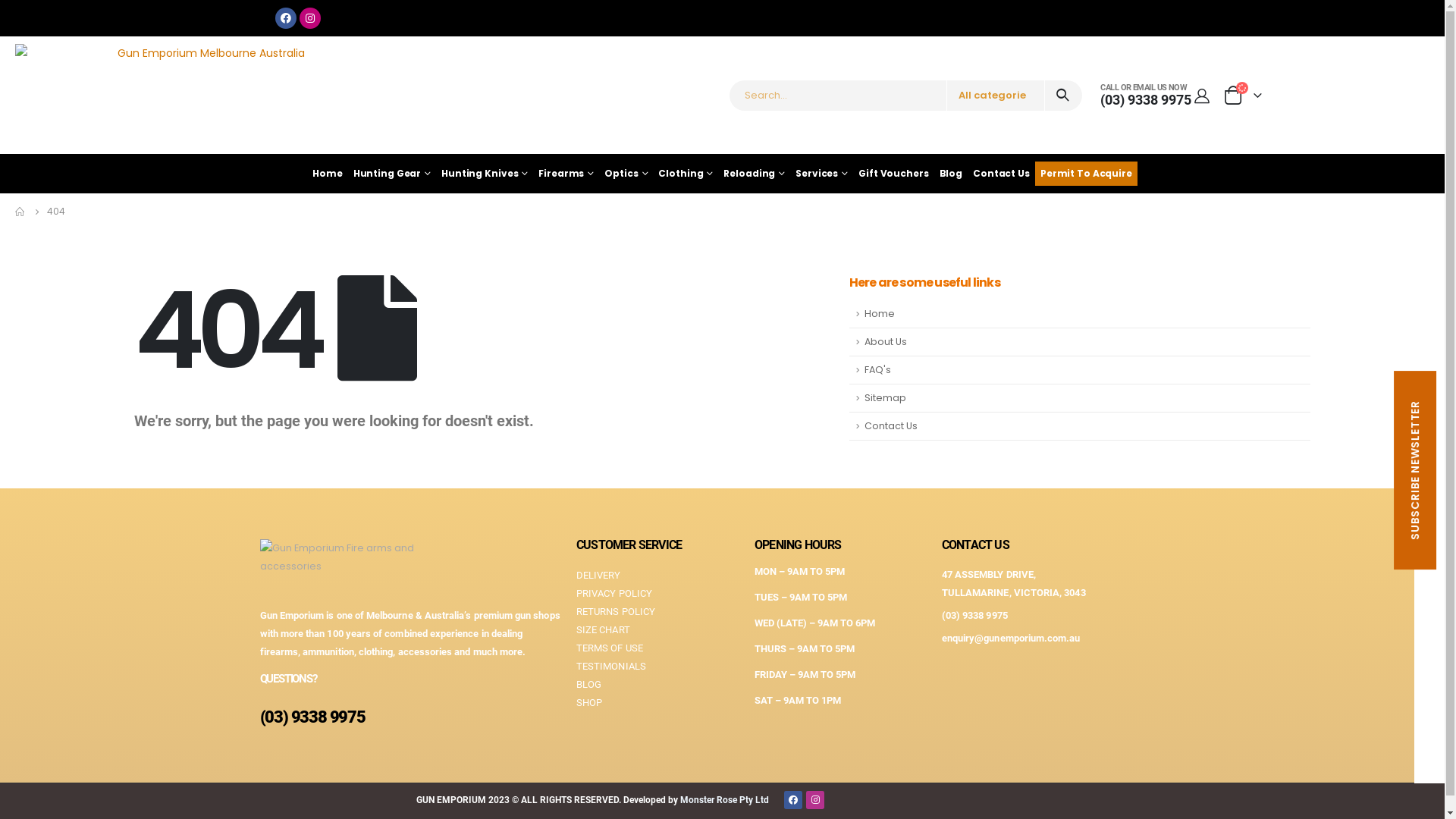 The image size is (1456, 819). Describe the element at coordinates (1190, 95) in the screenshot. I see `'My Account'` at that location.